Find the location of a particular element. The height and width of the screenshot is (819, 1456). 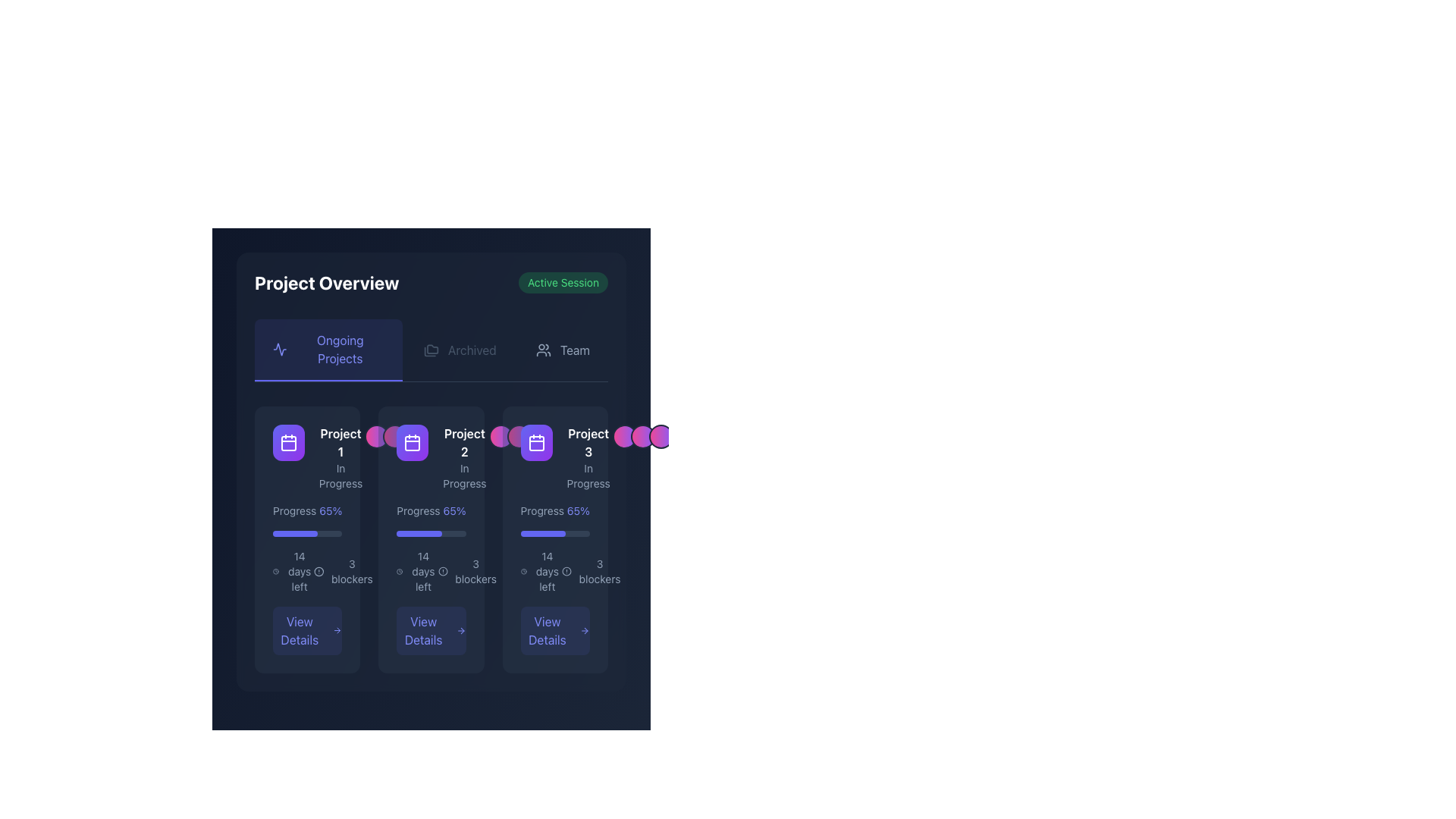

the 'Archived' label located in the upper-middle section of the interface under the 'Project Overview' title is located at coordinates (471, 350).